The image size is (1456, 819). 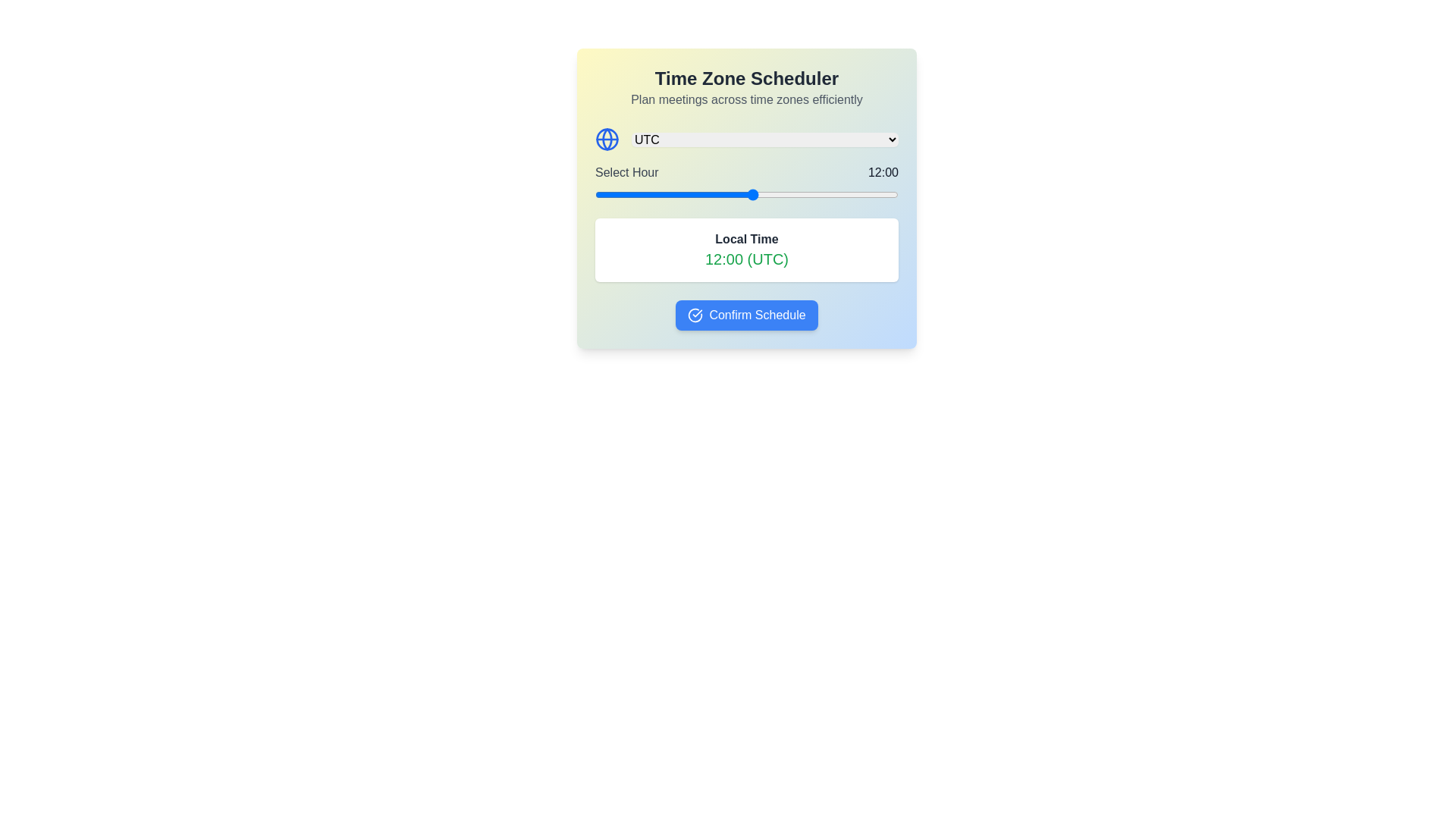 I want to click on the static text element that displays 'Plan meetings across time zones efficiently', which is positioned directly below the 'Time Zone Scheduler' header, so click(x=746, y=99).